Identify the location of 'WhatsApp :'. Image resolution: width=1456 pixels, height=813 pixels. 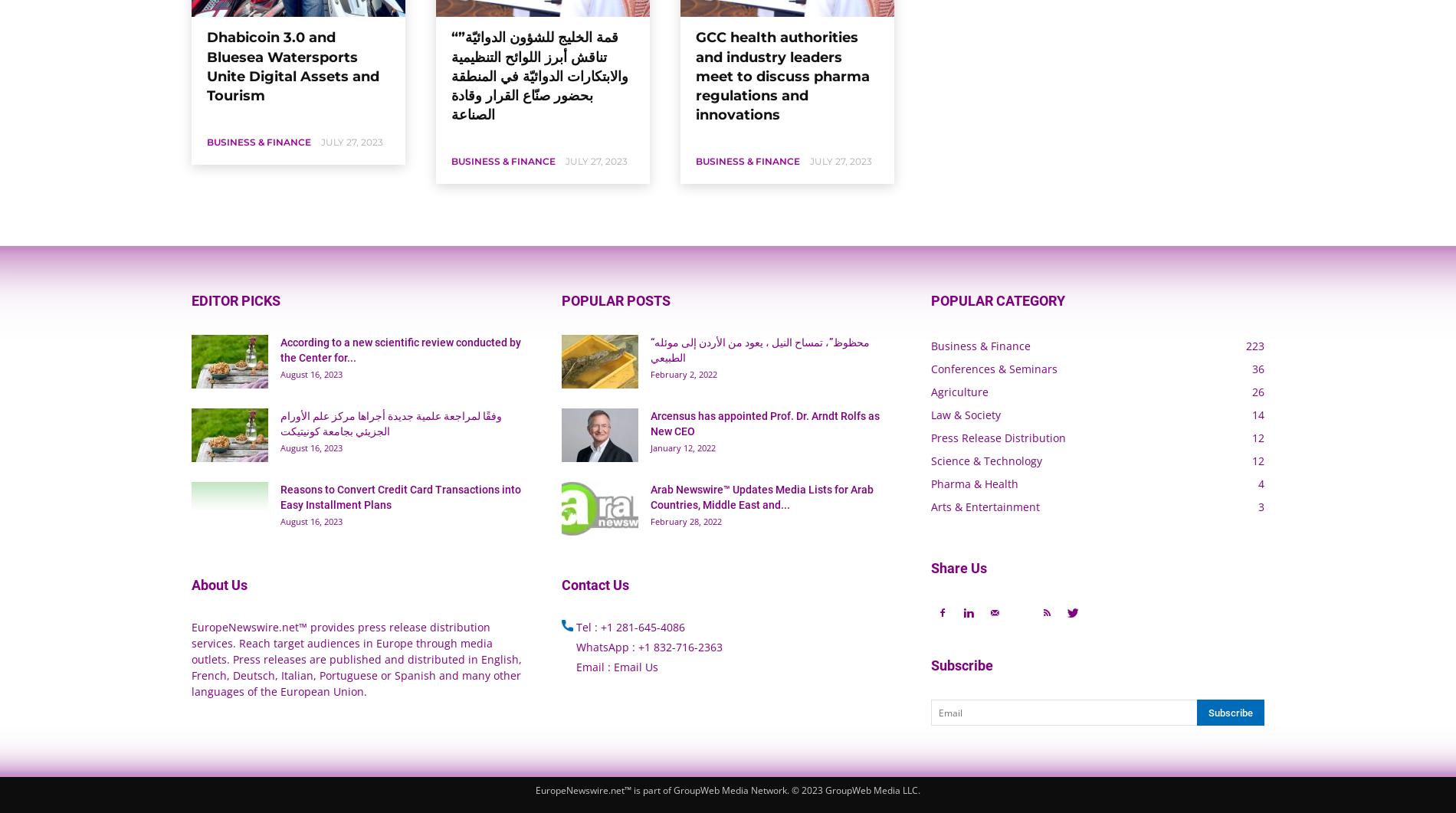
(604, 647).